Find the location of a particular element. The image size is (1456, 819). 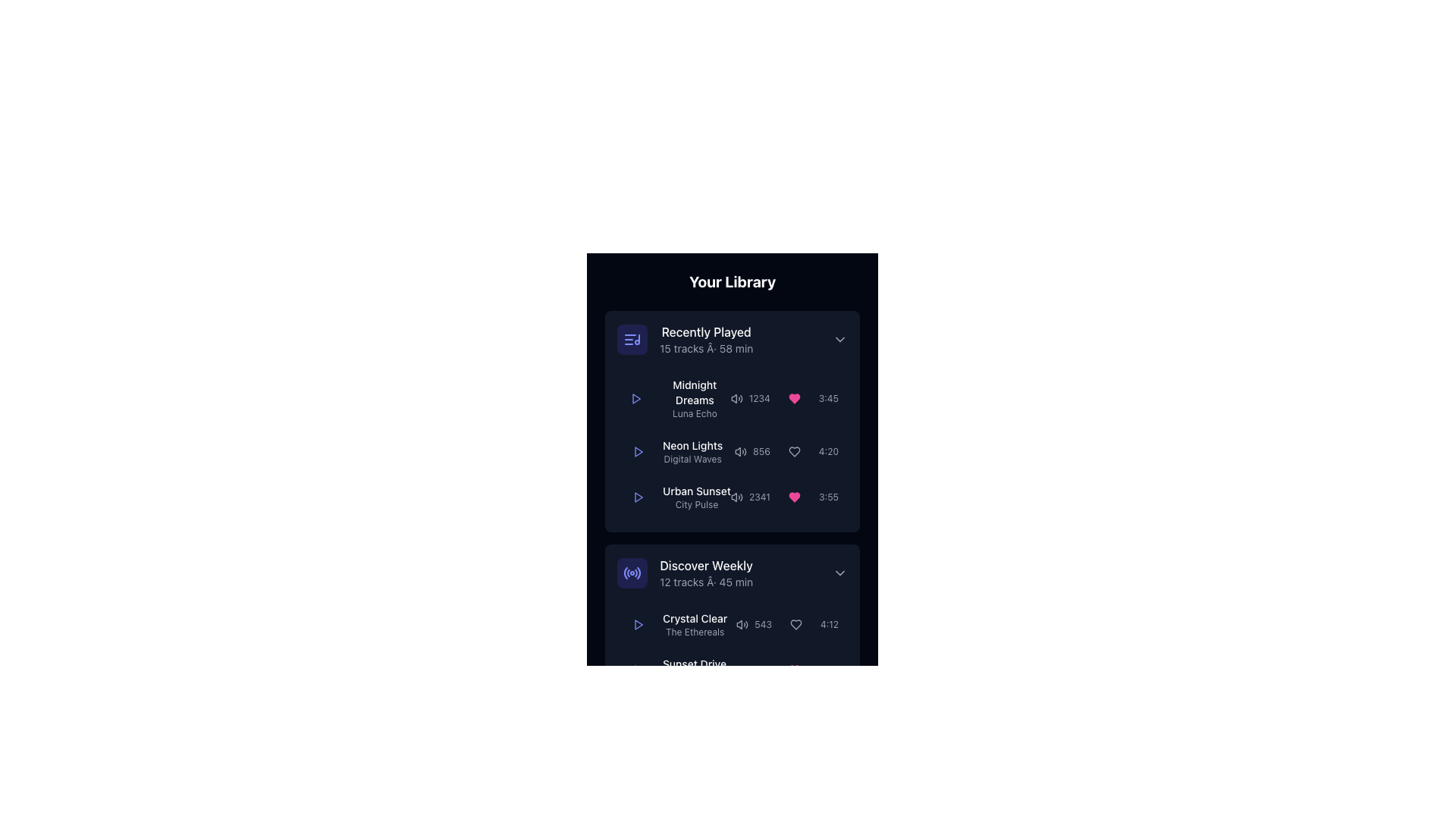

the play button on the third song entry in the 'Recently Played' section of the playlist is located at coordinates (732, 497).